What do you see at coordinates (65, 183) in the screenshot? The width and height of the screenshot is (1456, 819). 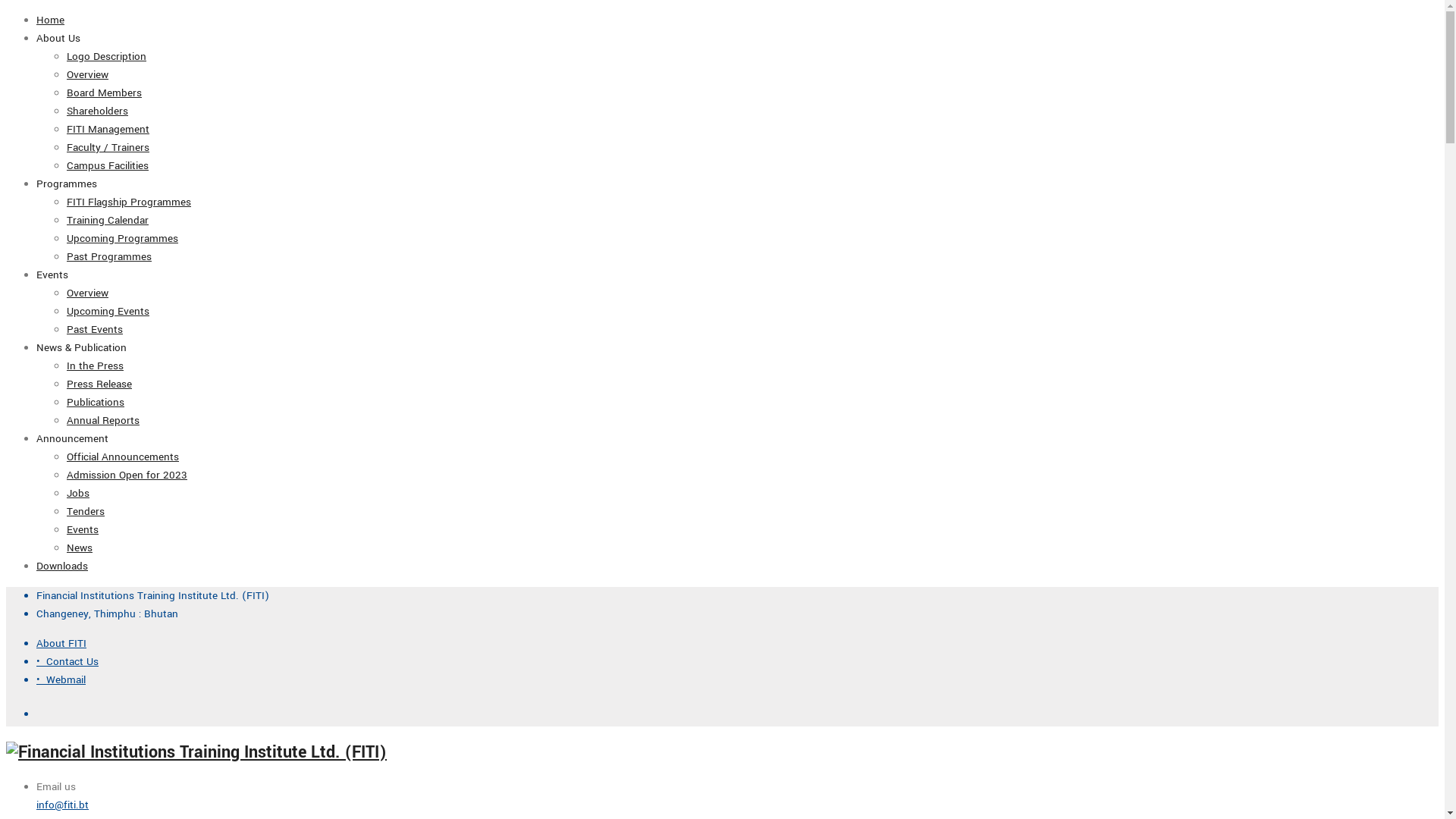 I see `'Programmes'` at bounding box center [65, 183].